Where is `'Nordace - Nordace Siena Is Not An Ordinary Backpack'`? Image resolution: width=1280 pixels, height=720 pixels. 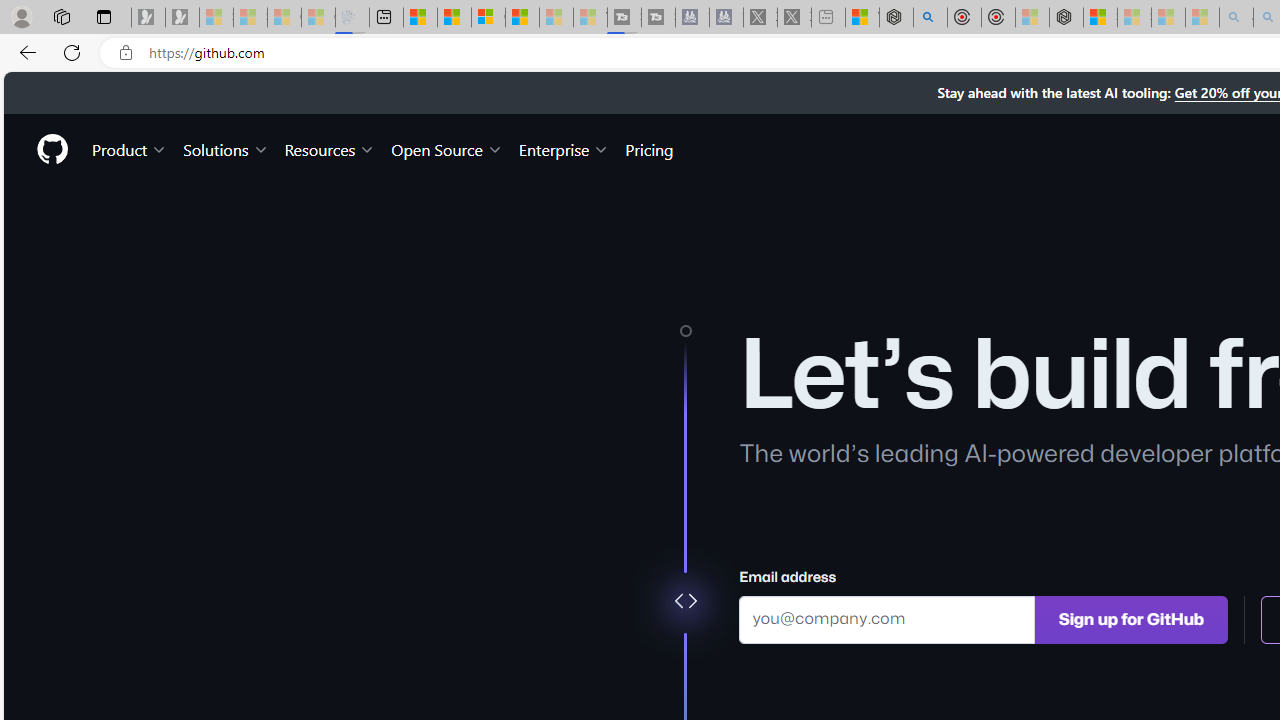 'Nordace - Nordace Siena Is Not An Ordinary Backpack' is located at coordinates (1065, 17).